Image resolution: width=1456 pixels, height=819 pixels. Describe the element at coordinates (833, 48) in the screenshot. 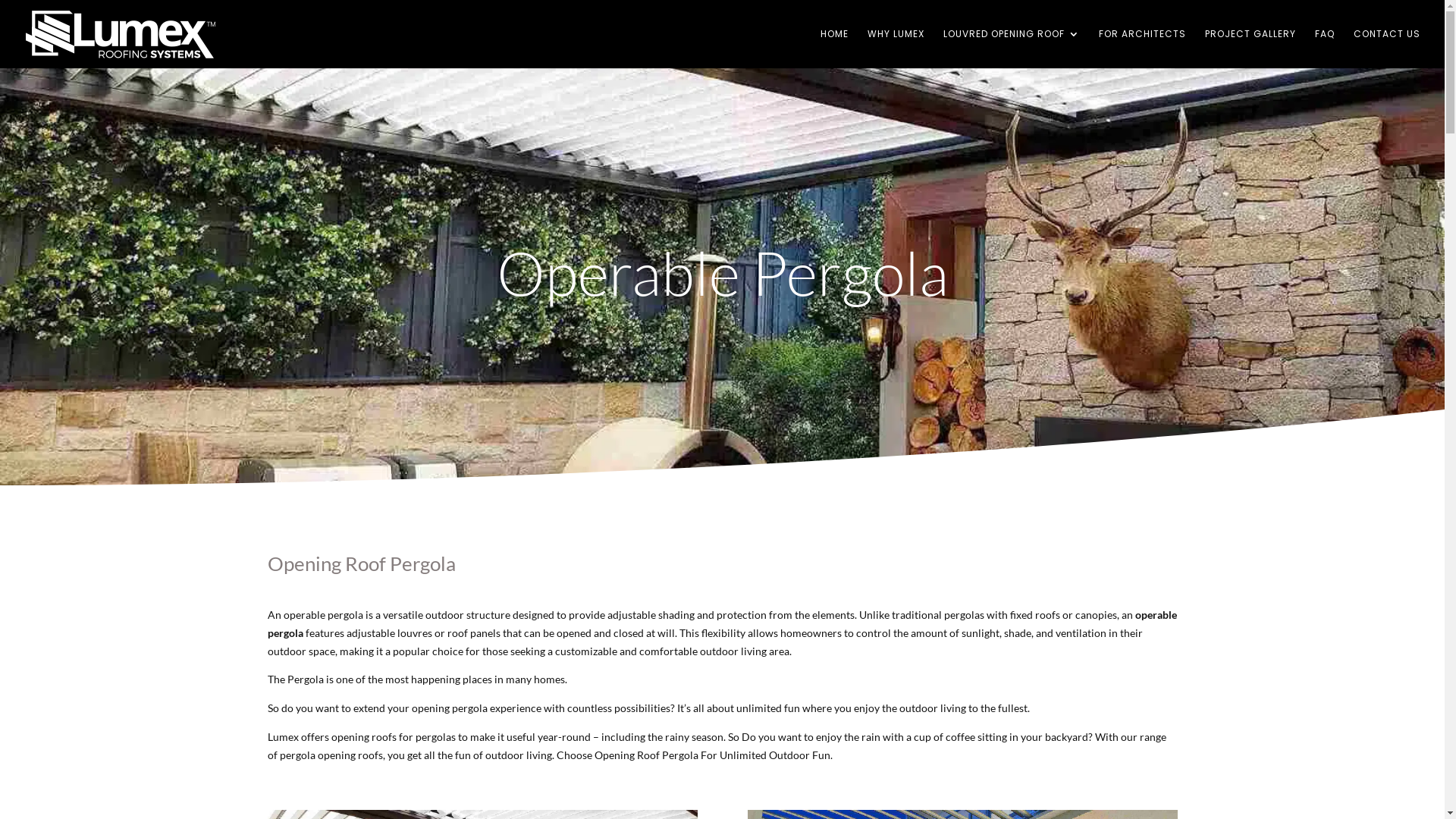

I see `'HOME'` at that location.